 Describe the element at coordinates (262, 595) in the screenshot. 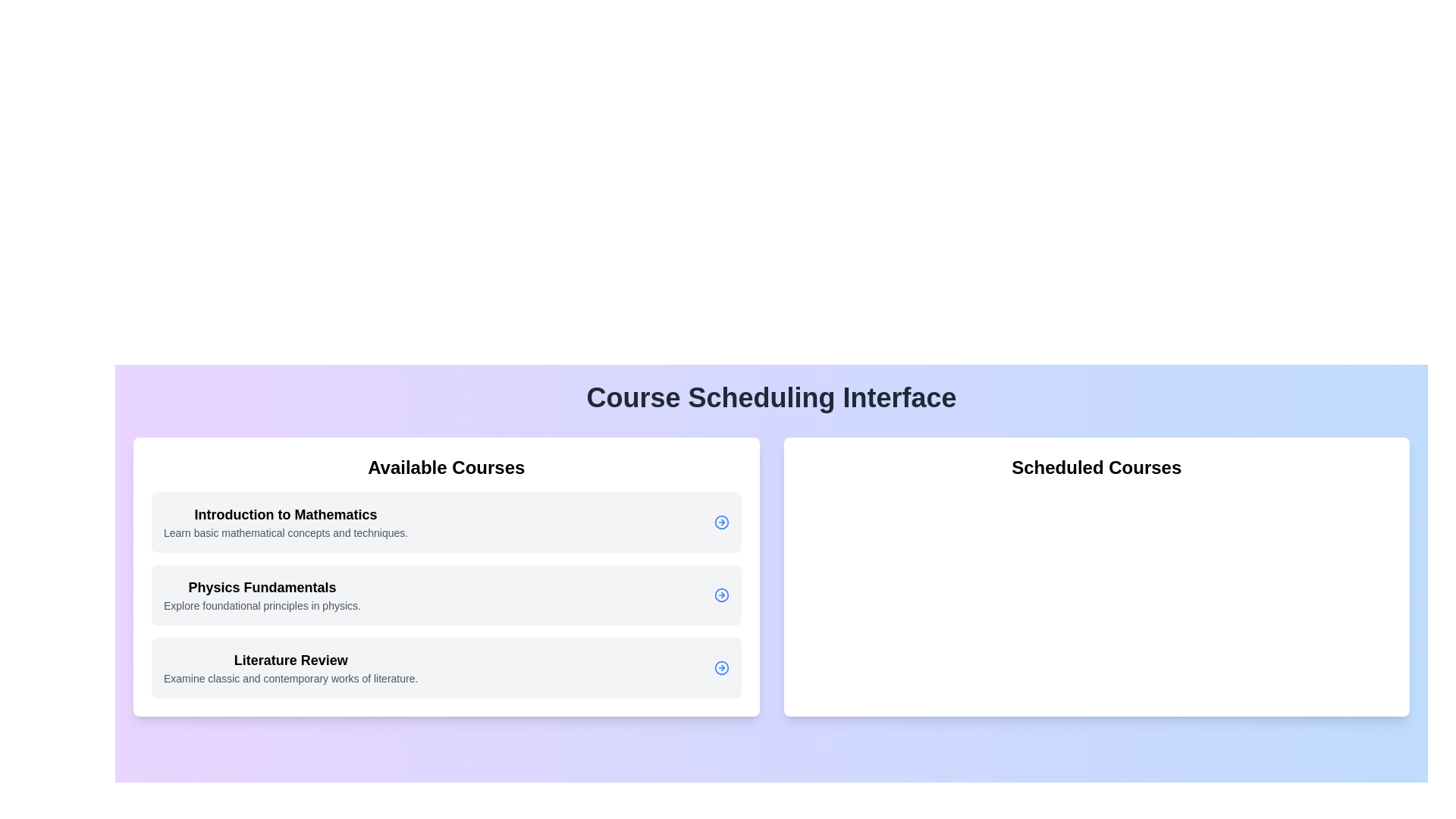

I see `to select the 'Physics Fundamentals' course in the 'Available Courses' section, identified by its title in bold and larger font` at that location.